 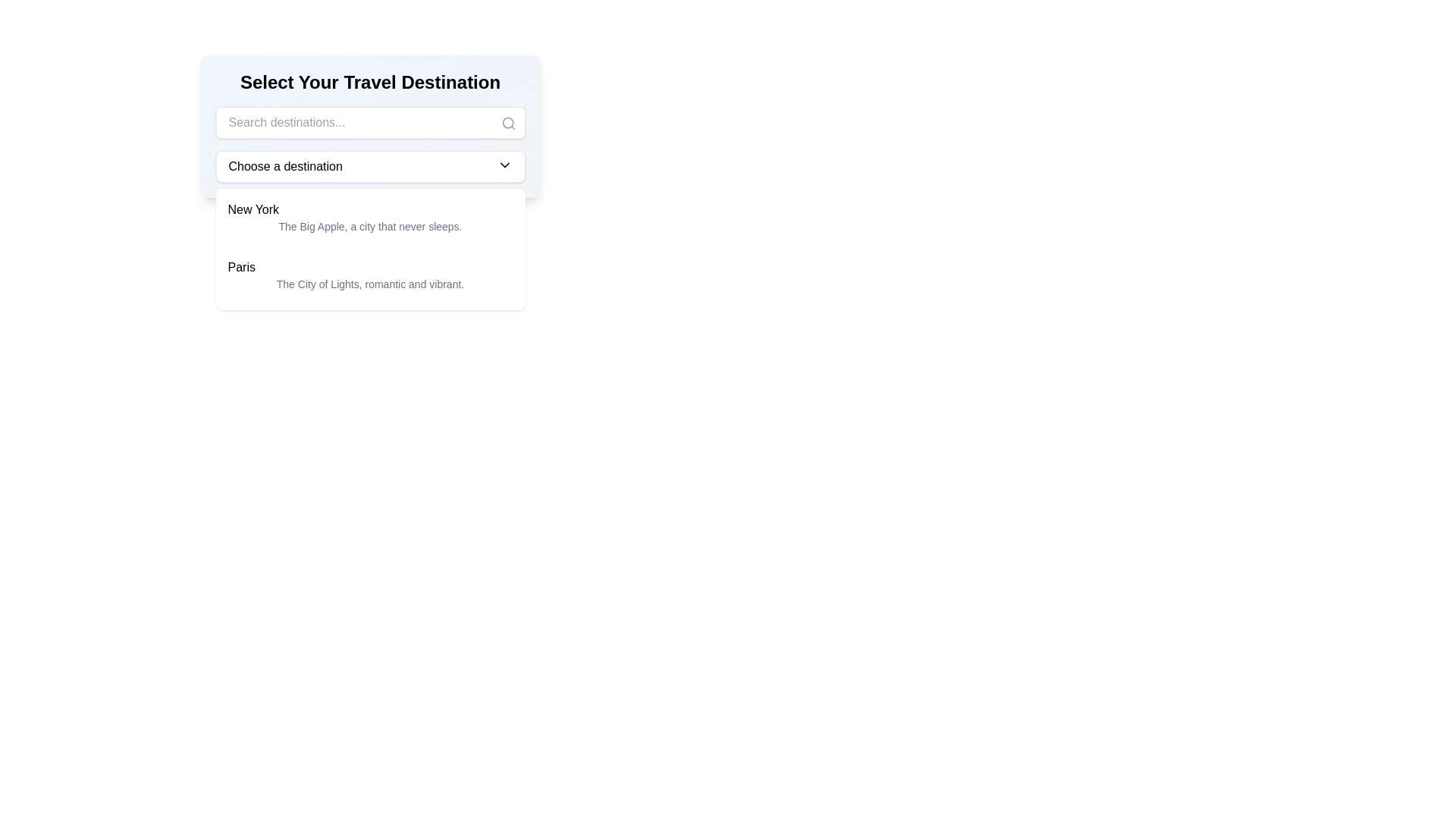 I want to click on the static text label 'New York' located in the dropdown list under the selector 'Choose a destination', so click(x=253, y=210).